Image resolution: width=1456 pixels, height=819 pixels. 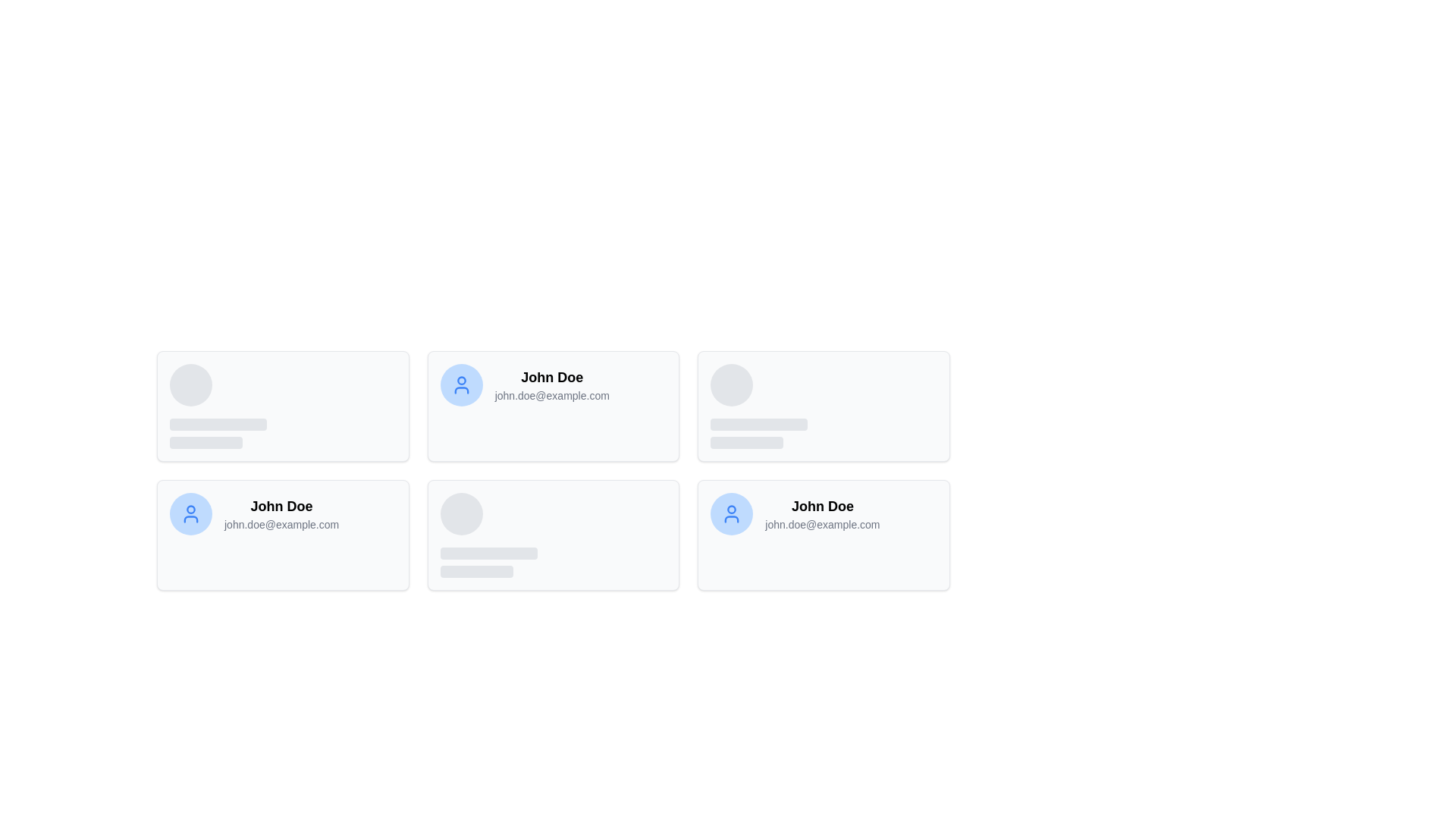 What do you see at coordinates (488, 562) in the screenshot?
I see `the Loading Placeholder, which consists of two vertically stacked rectangular placeholders with rounded corners and a light gray background, located in the bottom-middle card of a six-card grid layout` at bounding box center [488, 562].